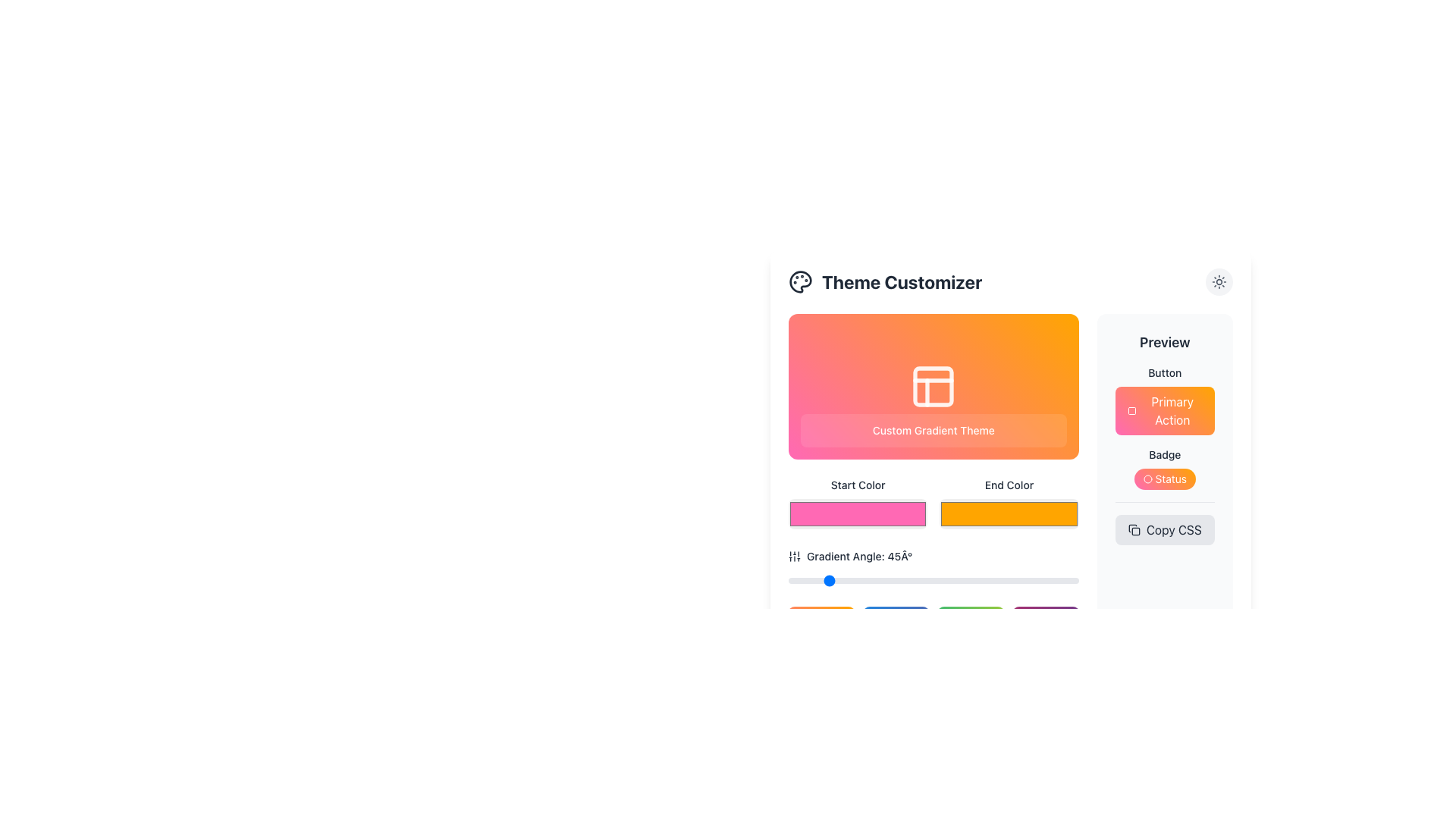 The width and height of the screenshot is (1456, 819). What do you see at coordinates (858, 504) in the screenshot?
I see `the color input field that allows users to pick or input a start color for a gradient` at bounding box center [858, 504].